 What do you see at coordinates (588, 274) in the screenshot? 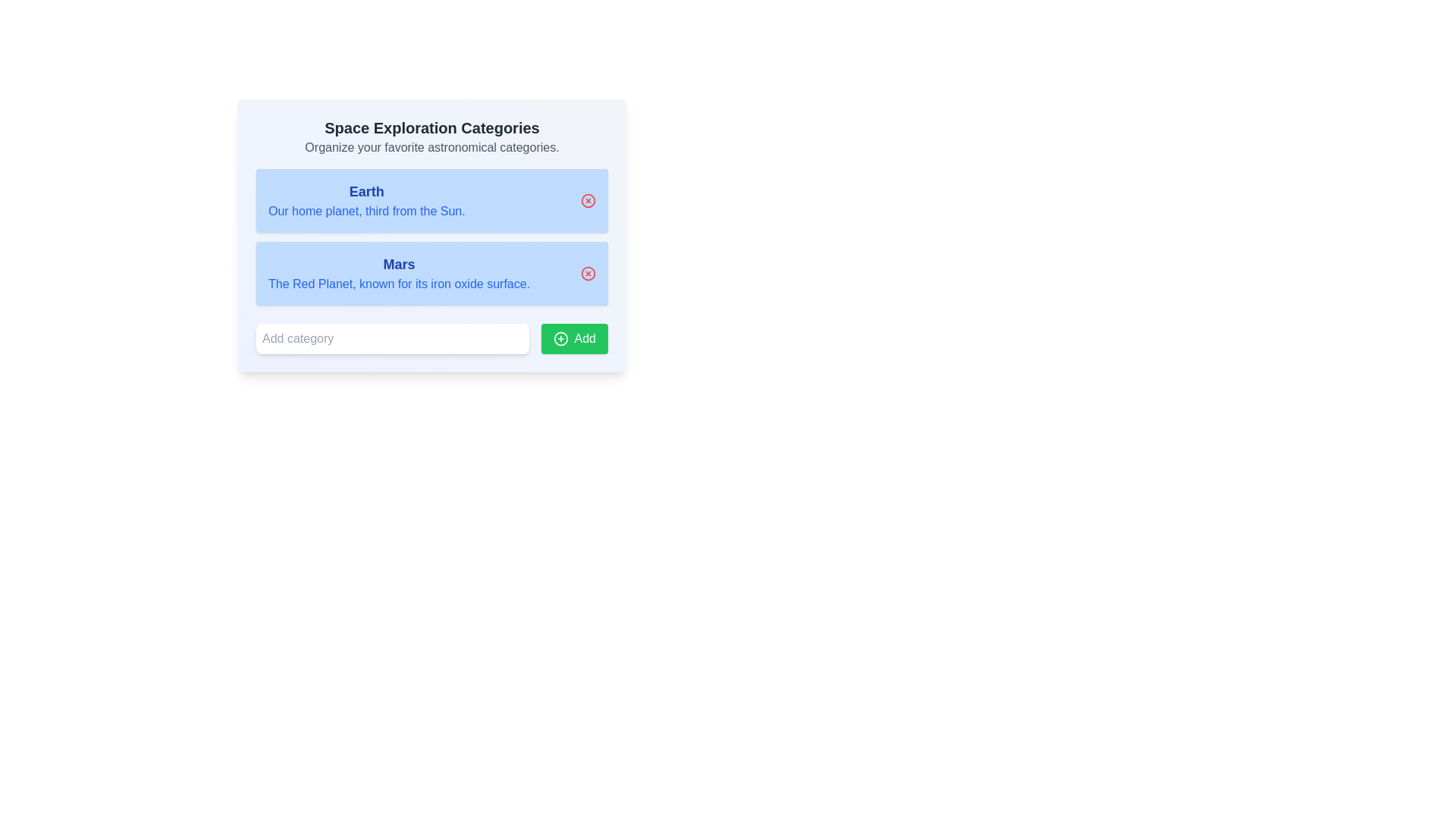
I see `the circular icon button located in the lower-right corner of the 'Mars' card within the 'Space Exploration Categories' list` at bounding box center [588, 274].